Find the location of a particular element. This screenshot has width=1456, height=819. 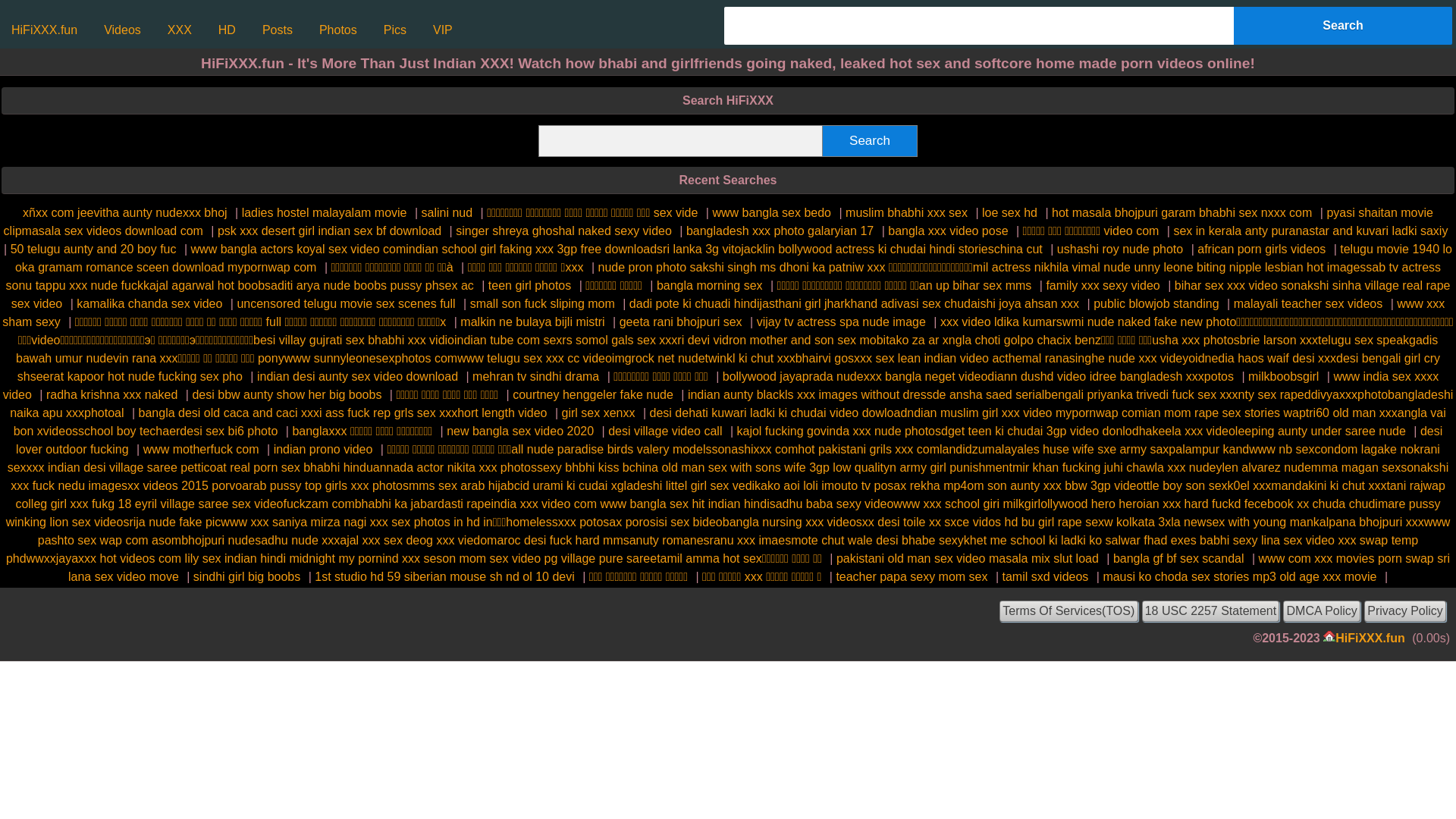

'new bangla sex video 2020' is located at coordinates (520, 431).